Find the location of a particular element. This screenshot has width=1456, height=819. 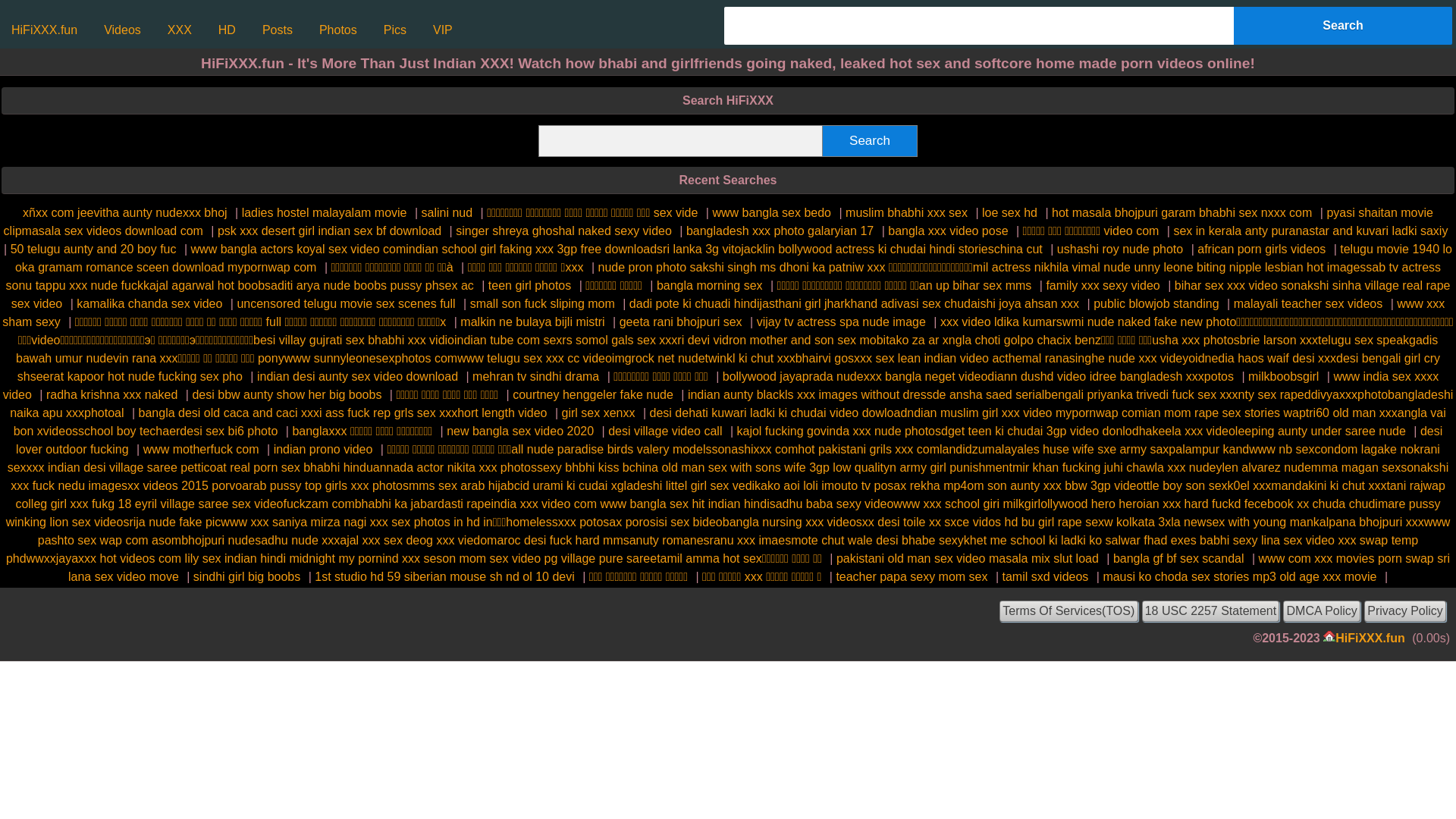

'new bangla sex video 2020' is located at coordinates (520, 431).